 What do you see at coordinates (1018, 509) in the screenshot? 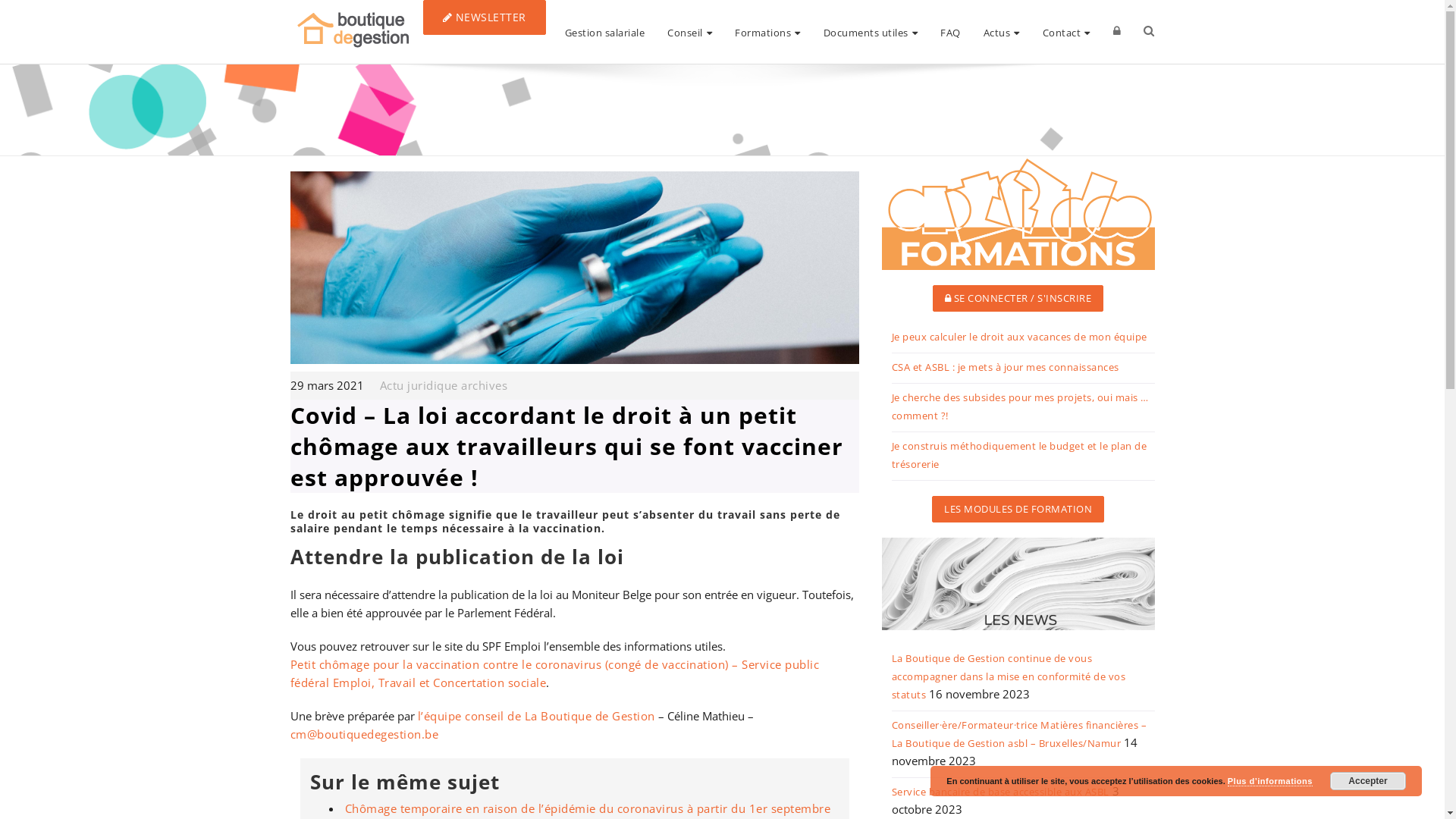
I see `'LES MODULES DE FORMATION'` at bounding box center [1018, 509].